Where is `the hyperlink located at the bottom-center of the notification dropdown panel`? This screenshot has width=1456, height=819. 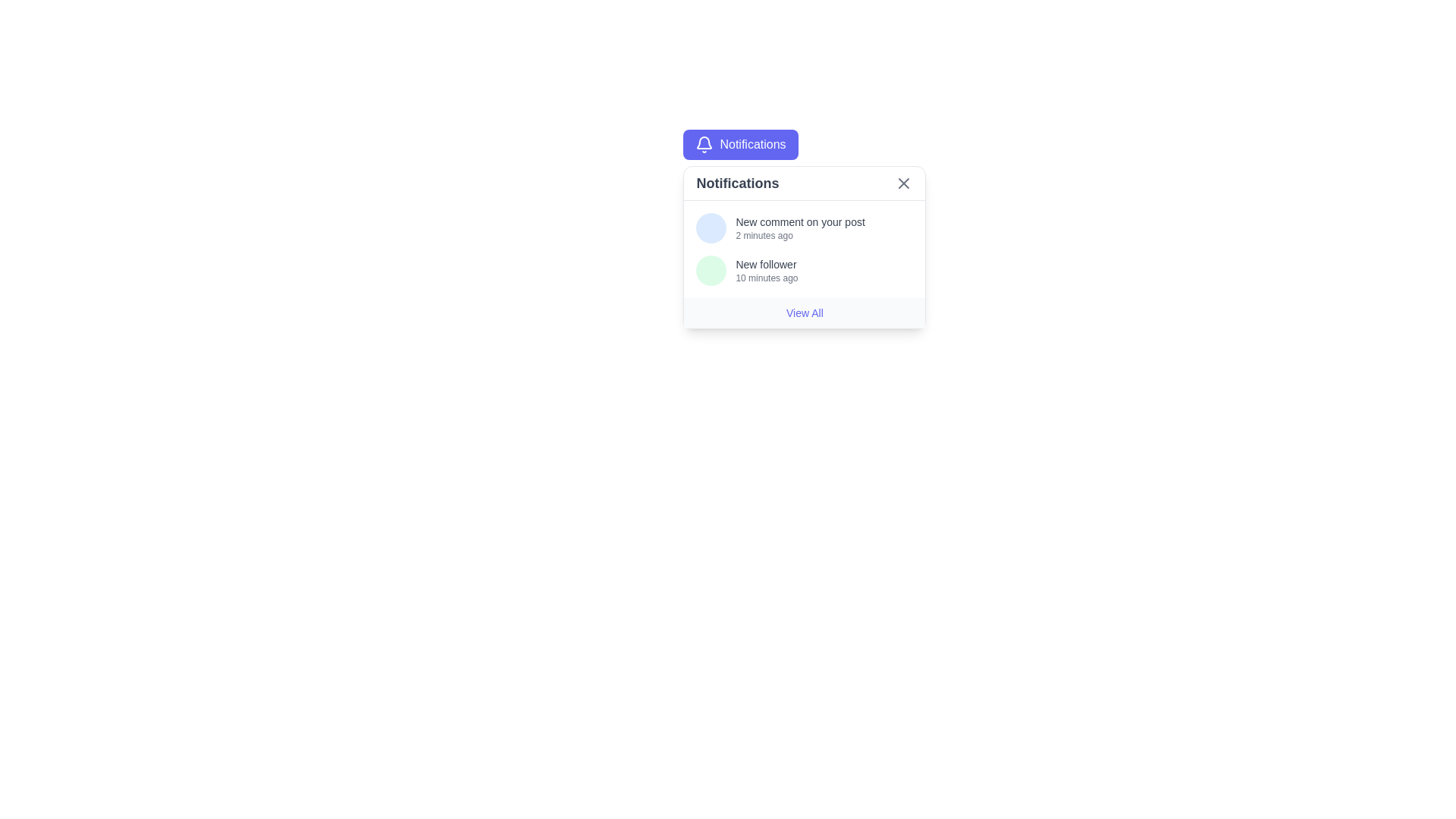 the hyperlink located at the bottom-center of the notification dropdown panel is located at coordinates (804, 312).